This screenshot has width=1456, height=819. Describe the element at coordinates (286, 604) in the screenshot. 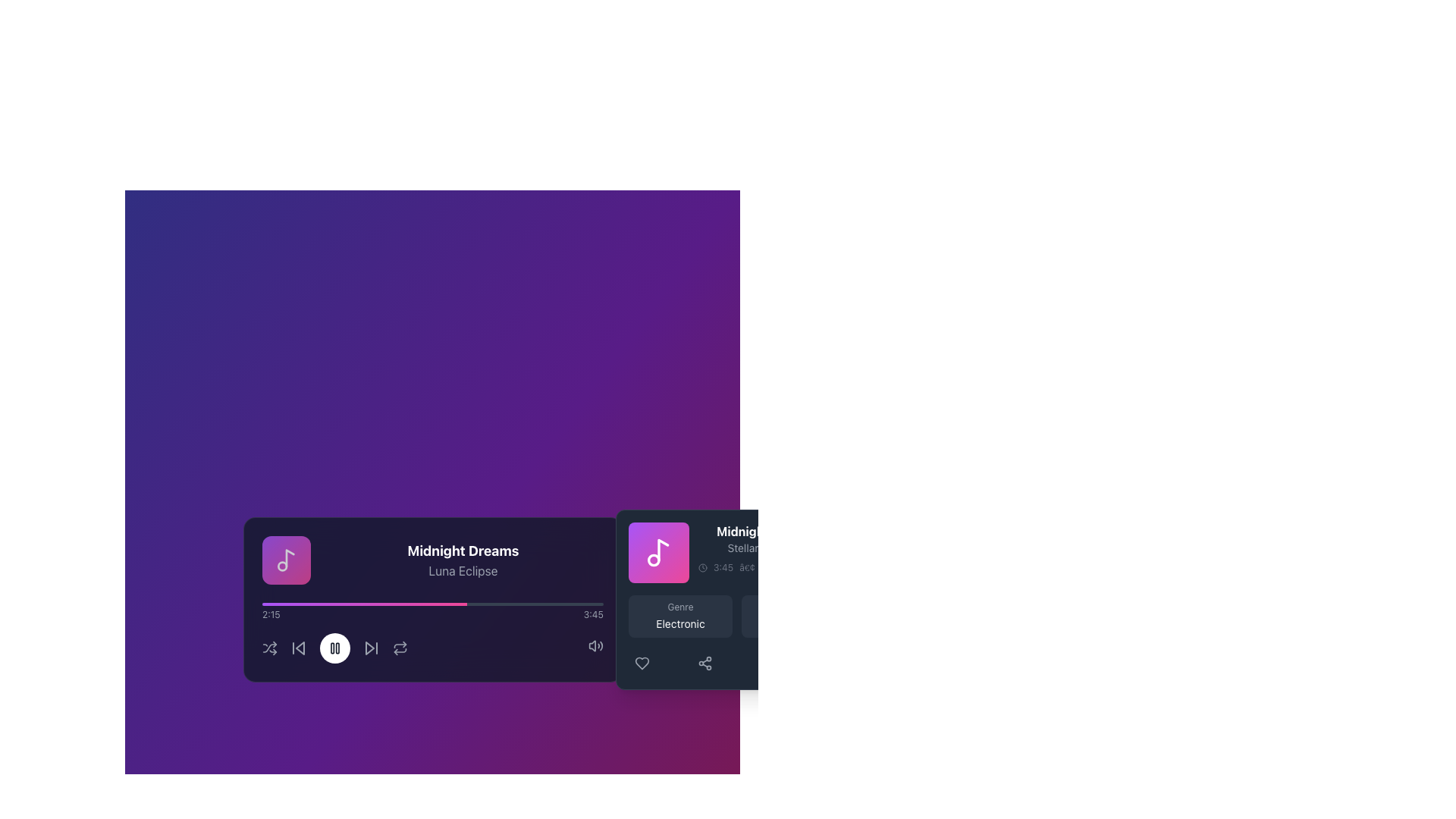

I see `playback progress` at that location.